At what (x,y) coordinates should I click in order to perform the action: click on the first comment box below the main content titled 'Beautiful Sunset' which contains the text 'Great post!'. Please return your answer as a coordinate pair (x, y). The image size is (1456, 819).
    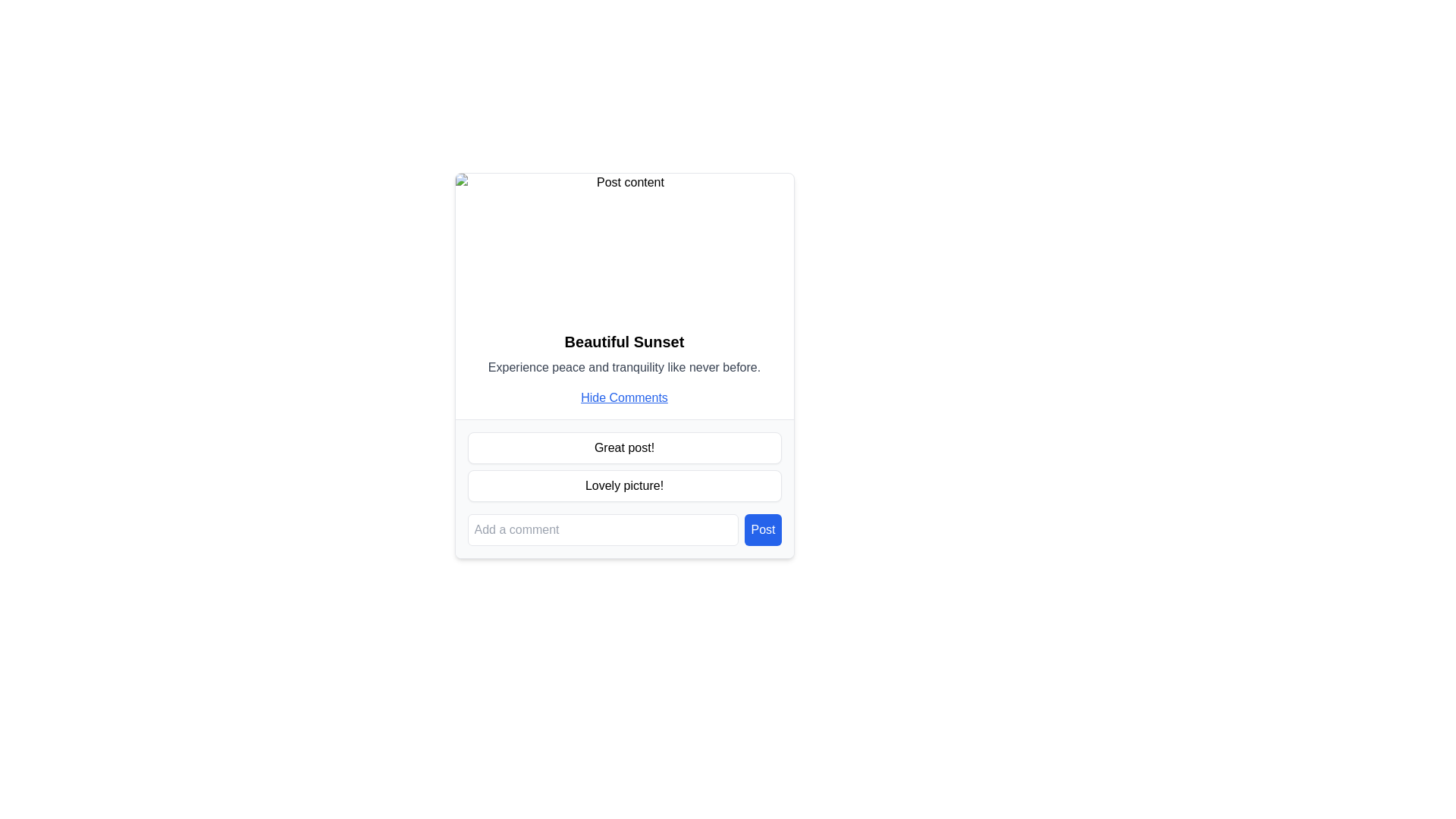
    Looking at the image, I should click on (624, 447).